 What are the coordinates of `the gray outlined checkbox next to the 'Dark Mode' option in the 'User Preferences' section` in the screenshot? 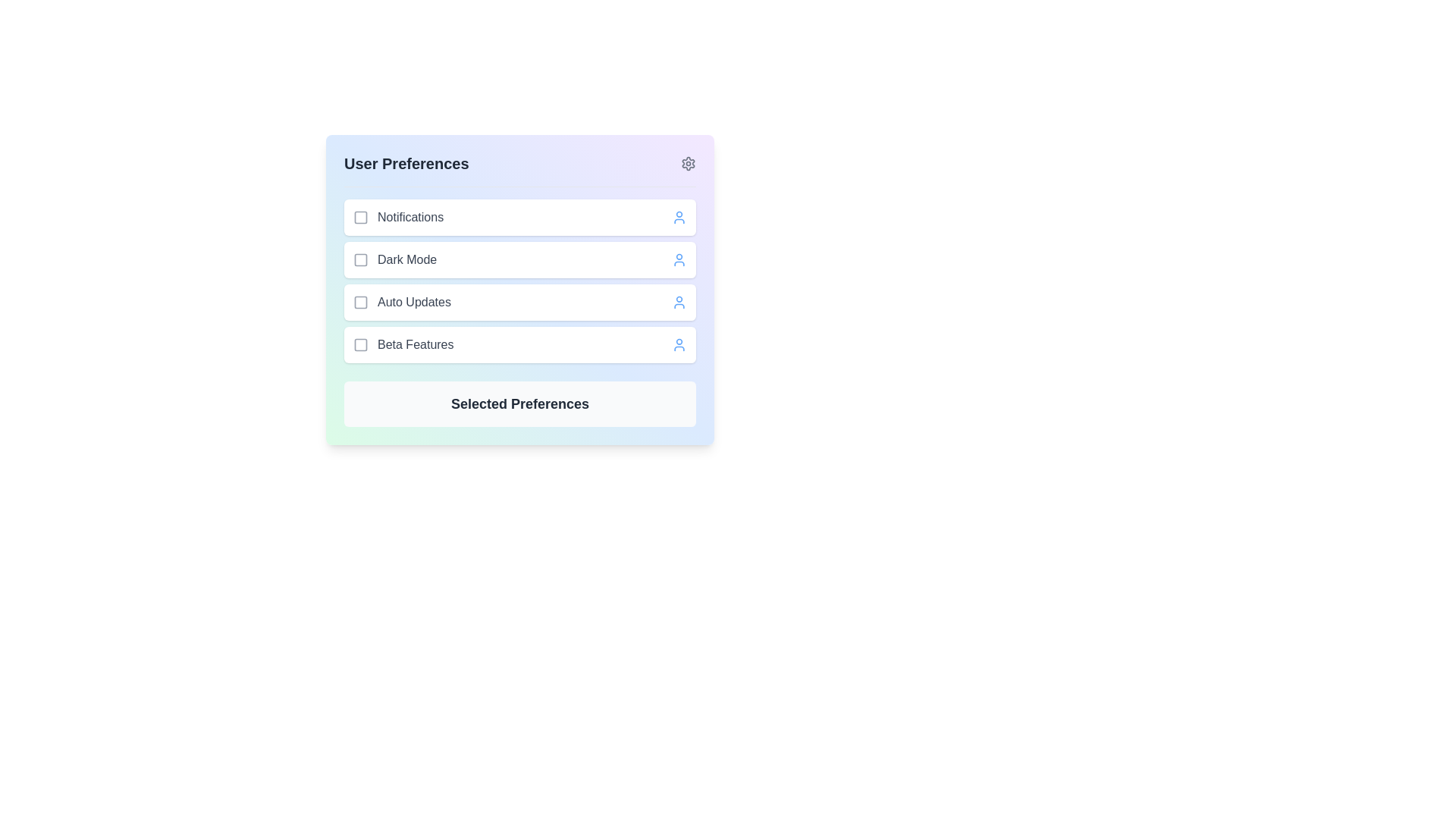 It's located at (359, 259).